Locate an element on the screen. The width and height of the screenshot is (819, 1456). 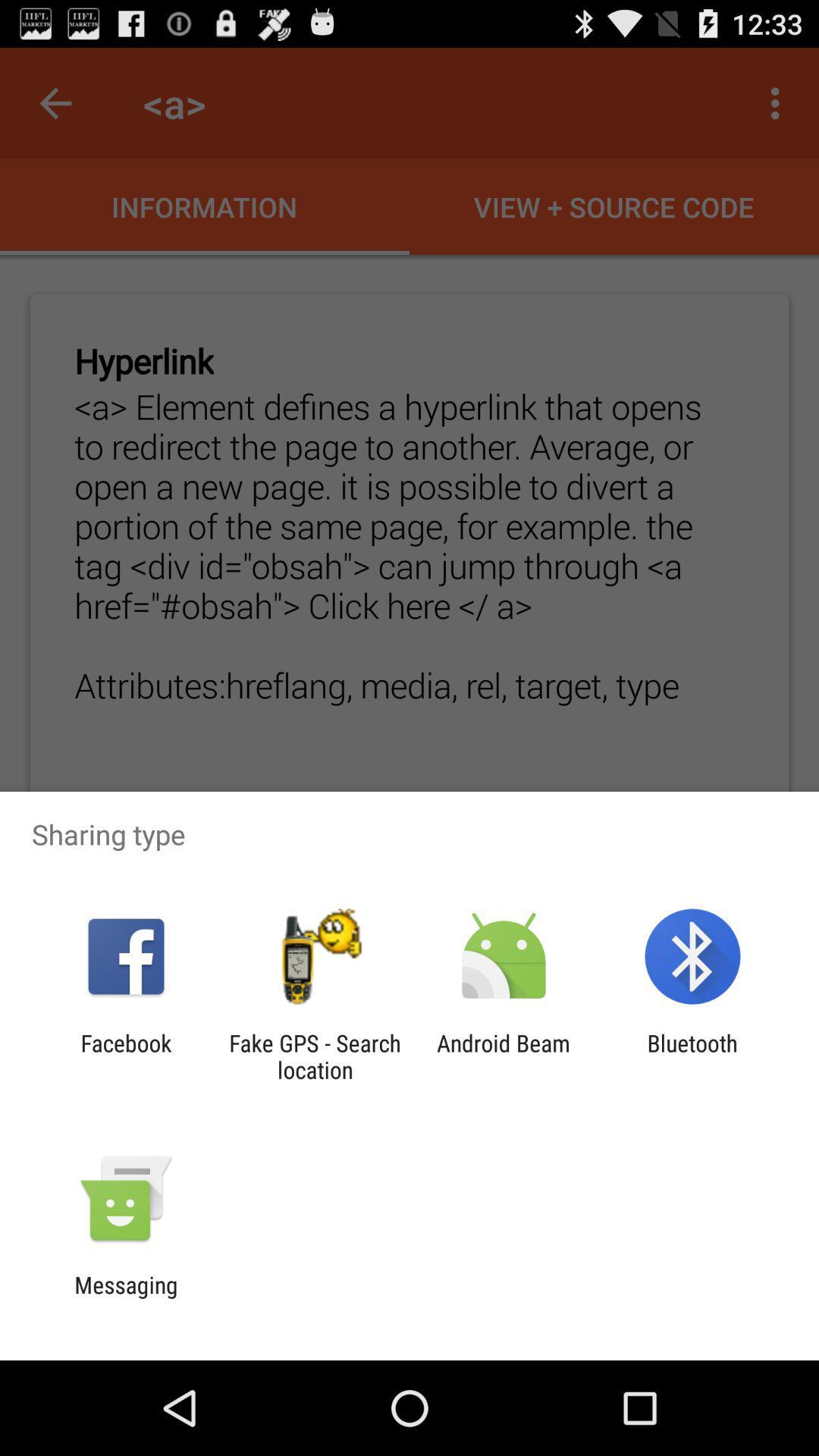
icon to the left of the android beam app is located at coordinates (314, 1056).